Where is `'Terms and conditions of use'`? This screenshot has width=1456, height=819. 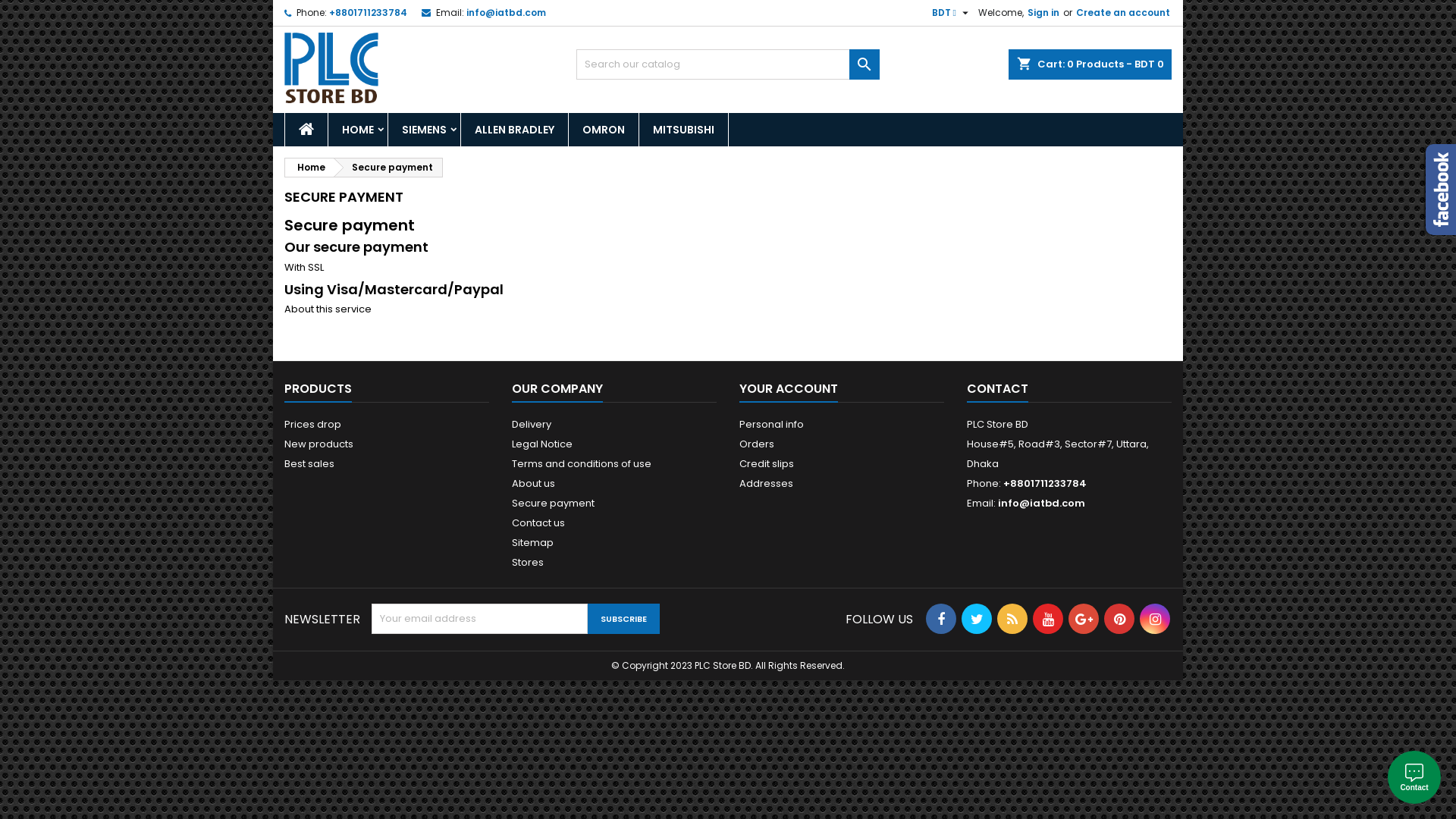 'Terms and conditions of use' is located at coordinates (581, 463).